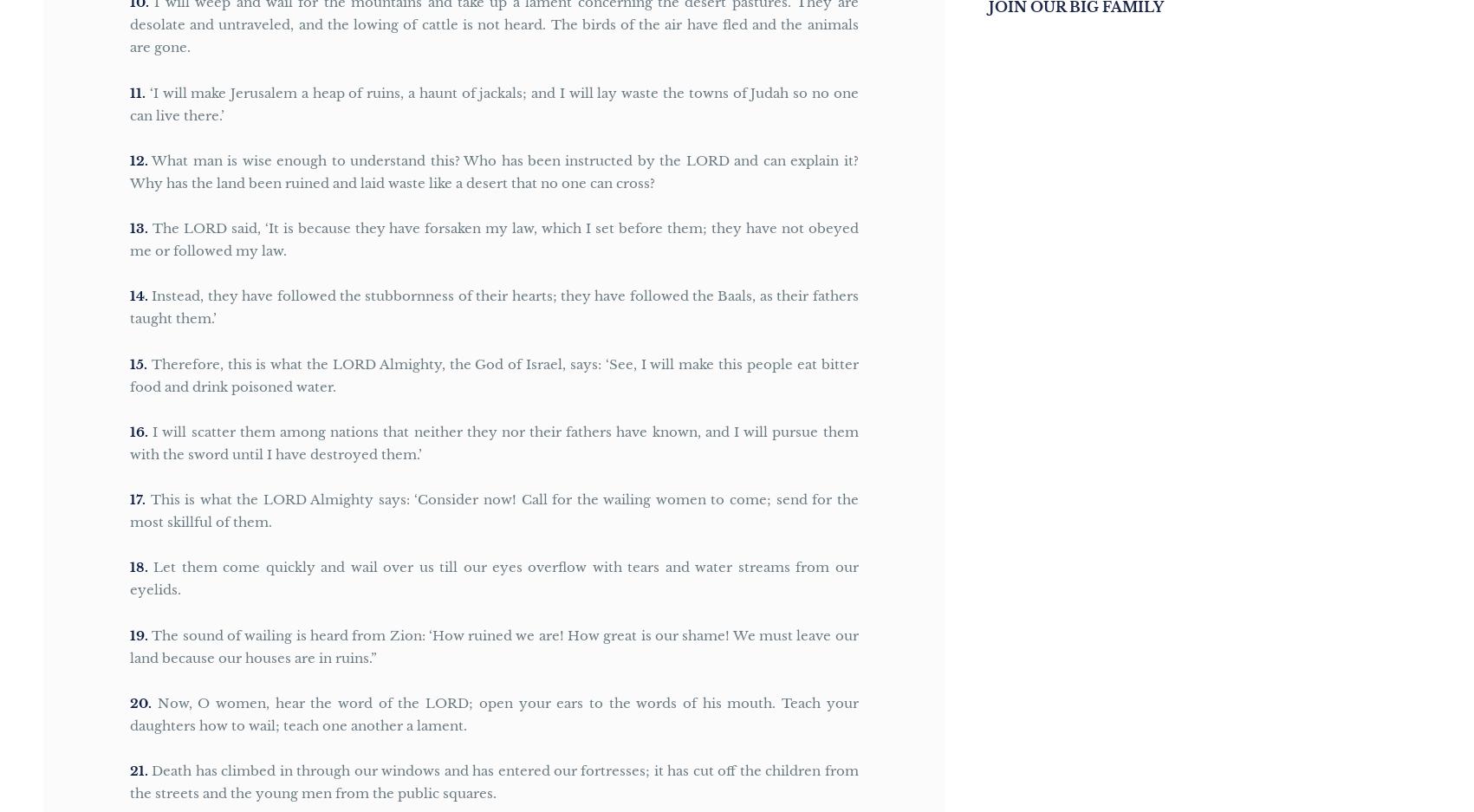  What do you see at coordinates (136, 296) in the screenshot?
I see `'14'` at bounding box center [136, 296].